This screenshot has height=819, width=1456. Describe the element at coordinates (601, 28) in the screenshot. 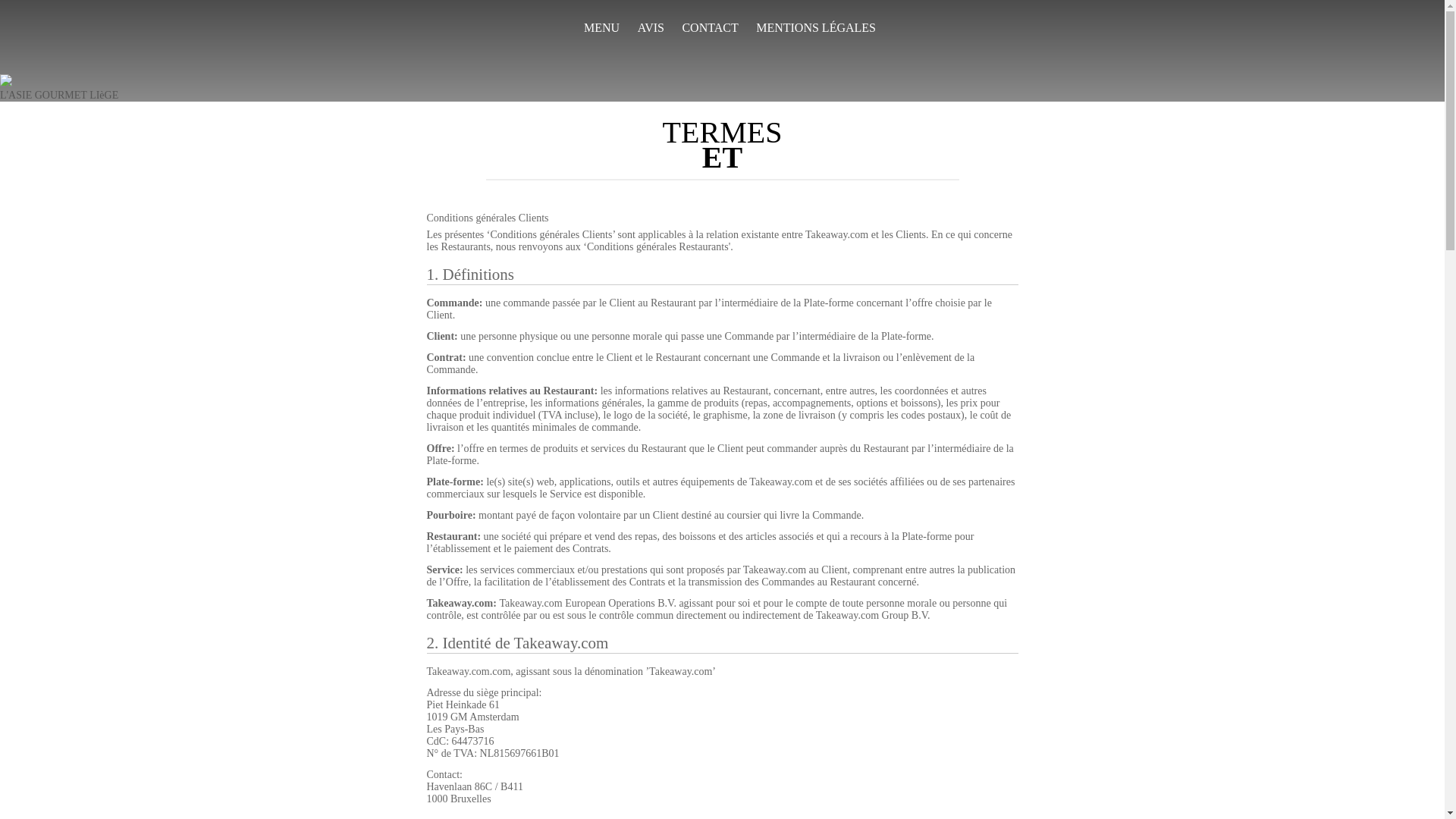

I see `'MENU'` at that location.